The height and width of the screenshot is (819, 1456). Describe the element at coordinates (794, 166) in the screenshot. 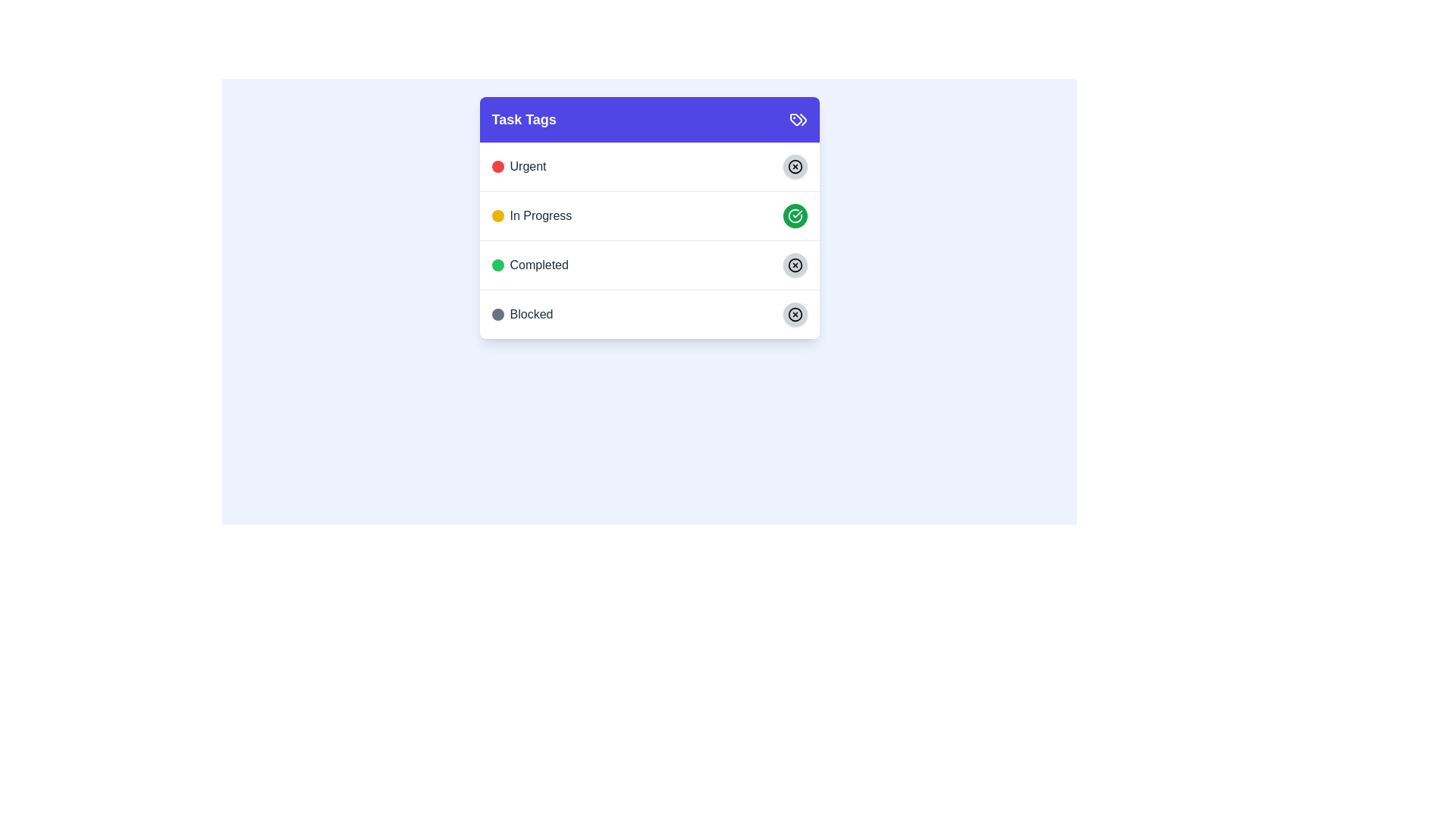

I see `the delete or close icon button located at the top-right part of the 'Urgent' task item in the task tags card` at that location.